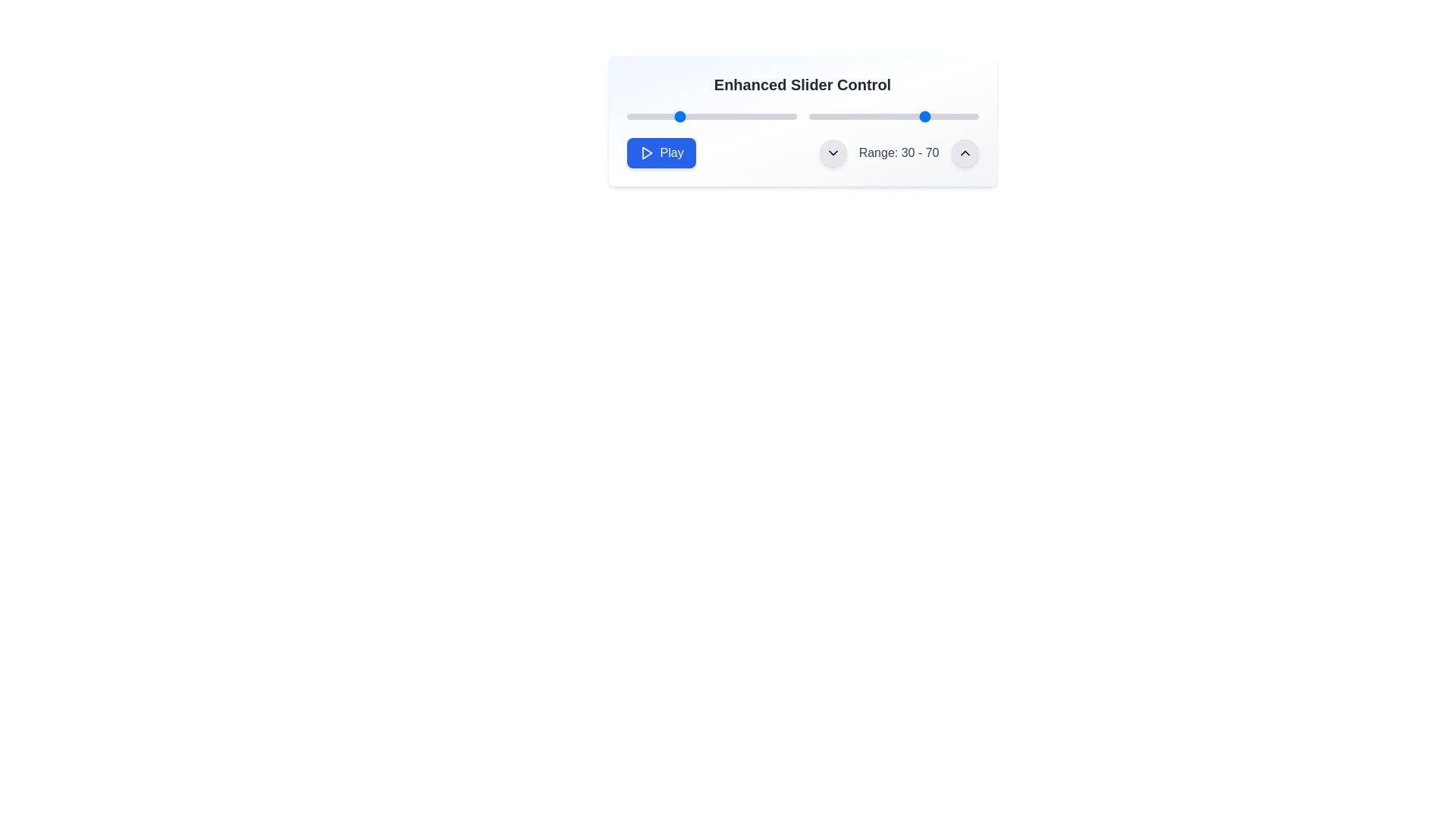 This screenshot has height=819, width=1456. Describe the element at coordinates (899, 152) in the screenshot. I see `the Static Text Display that shows the current range selection, located centrally between two circular buttons with chevron icons pointing downwards and upwards` at that location.